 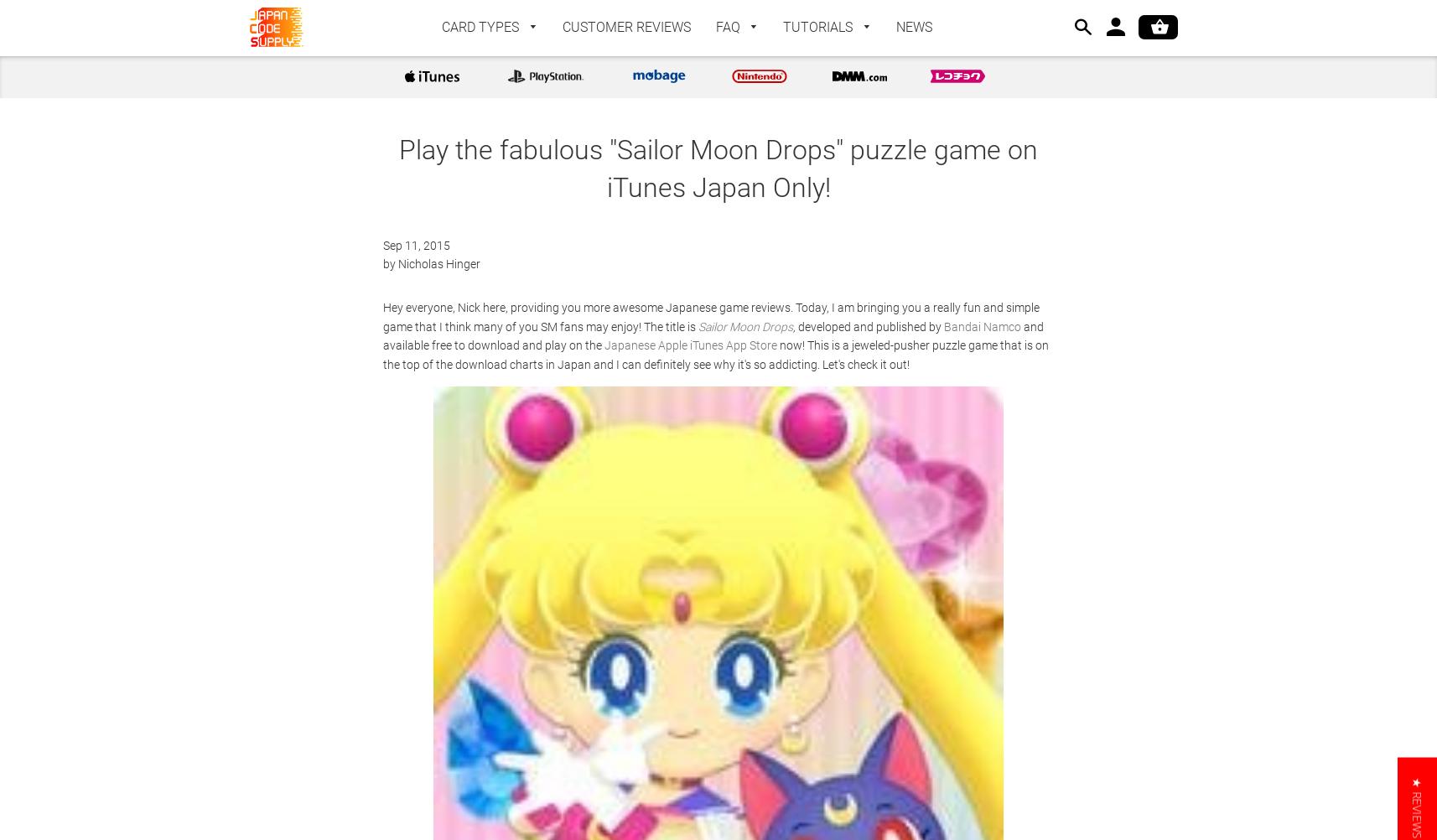 I want to click on 'TUTORIALS', so click(x=818, y=27).